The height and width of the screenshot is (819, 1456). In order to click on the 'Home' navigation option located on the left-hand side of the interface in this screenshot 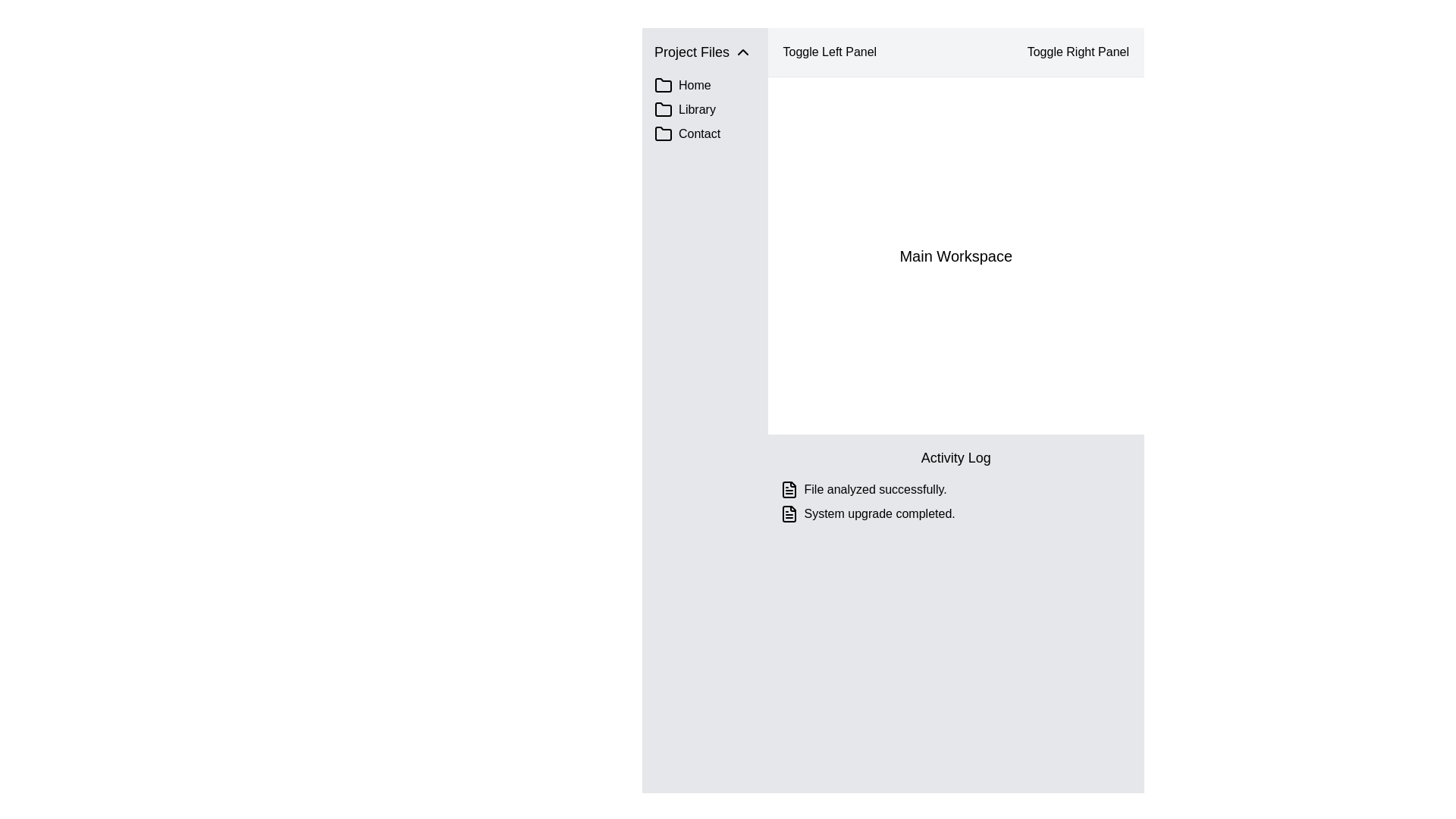, I will do `click(704, 85)`.